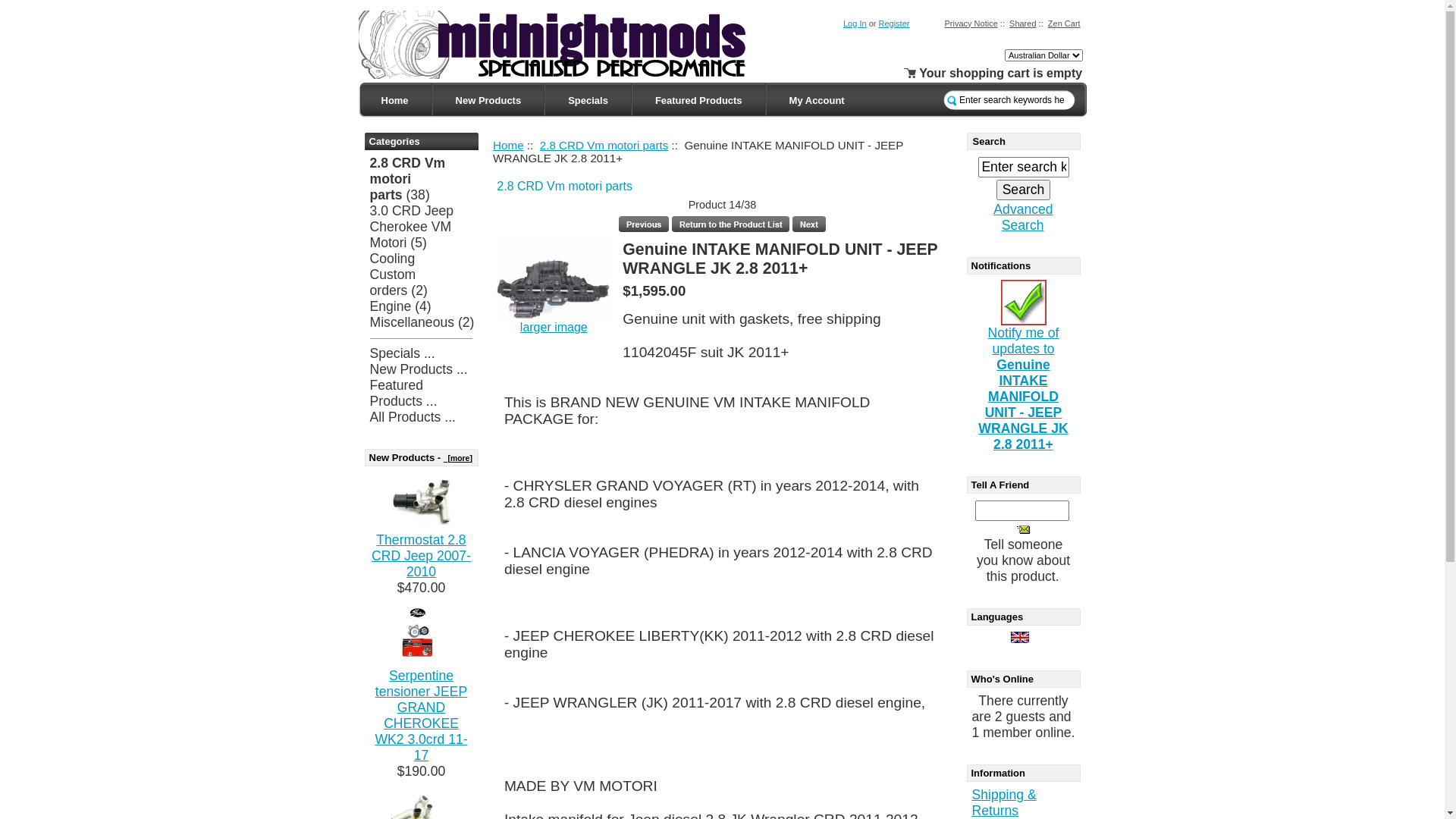 The image size is (1456, 819). Describe the element at coordinates (391, 502) in the screenshot. I see `' Thermostat 2.8 CRD Jeep 2007-2010 '` at that location.